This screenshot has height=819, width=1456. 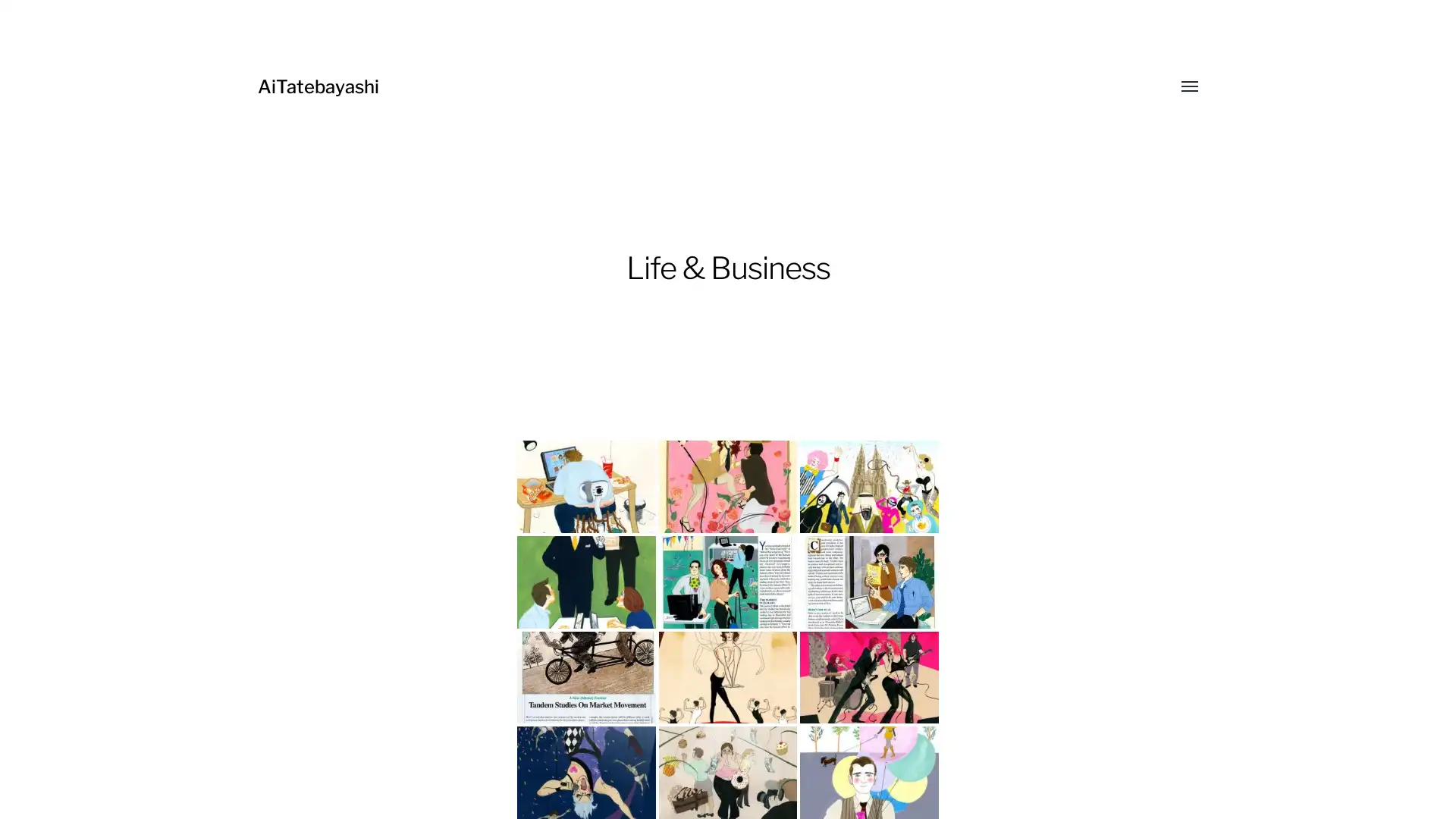 What do you see at coordinates (1178, 86) in the screenshot?
I see `Toggle menu` at bounding box center [1178, 86].